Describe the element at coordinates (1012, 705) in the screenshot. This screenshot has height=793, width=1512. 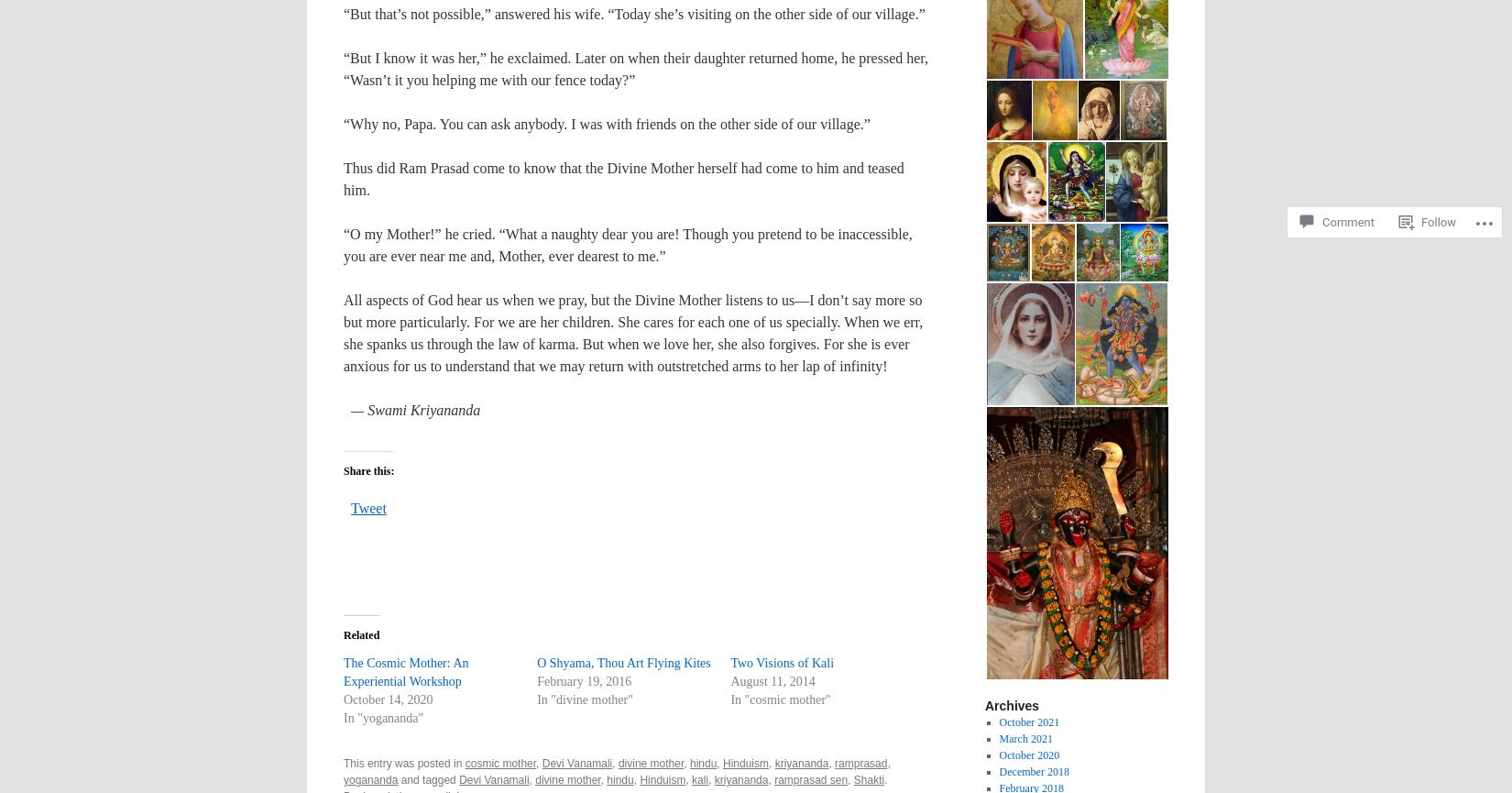
I see `'Archives'` at that location.